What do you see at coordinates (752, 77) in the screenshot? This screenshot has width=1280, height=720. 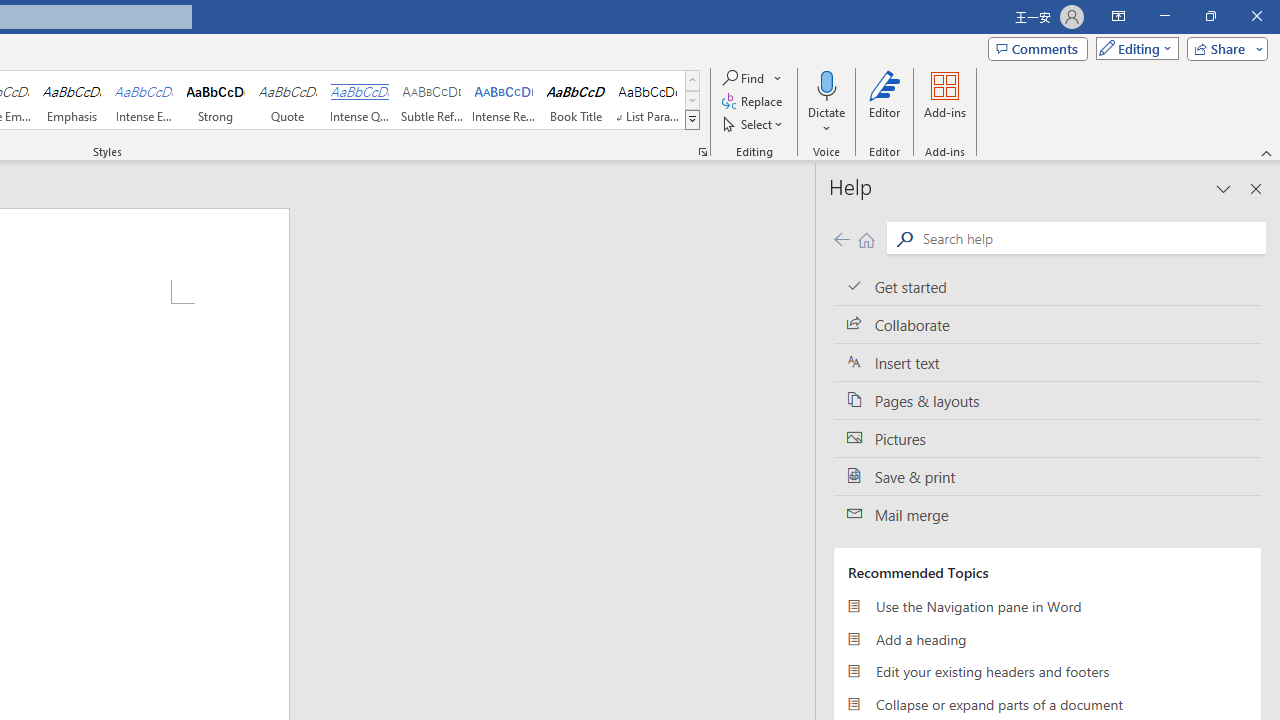 I see `'Find'` at bounding box center [752, 77].